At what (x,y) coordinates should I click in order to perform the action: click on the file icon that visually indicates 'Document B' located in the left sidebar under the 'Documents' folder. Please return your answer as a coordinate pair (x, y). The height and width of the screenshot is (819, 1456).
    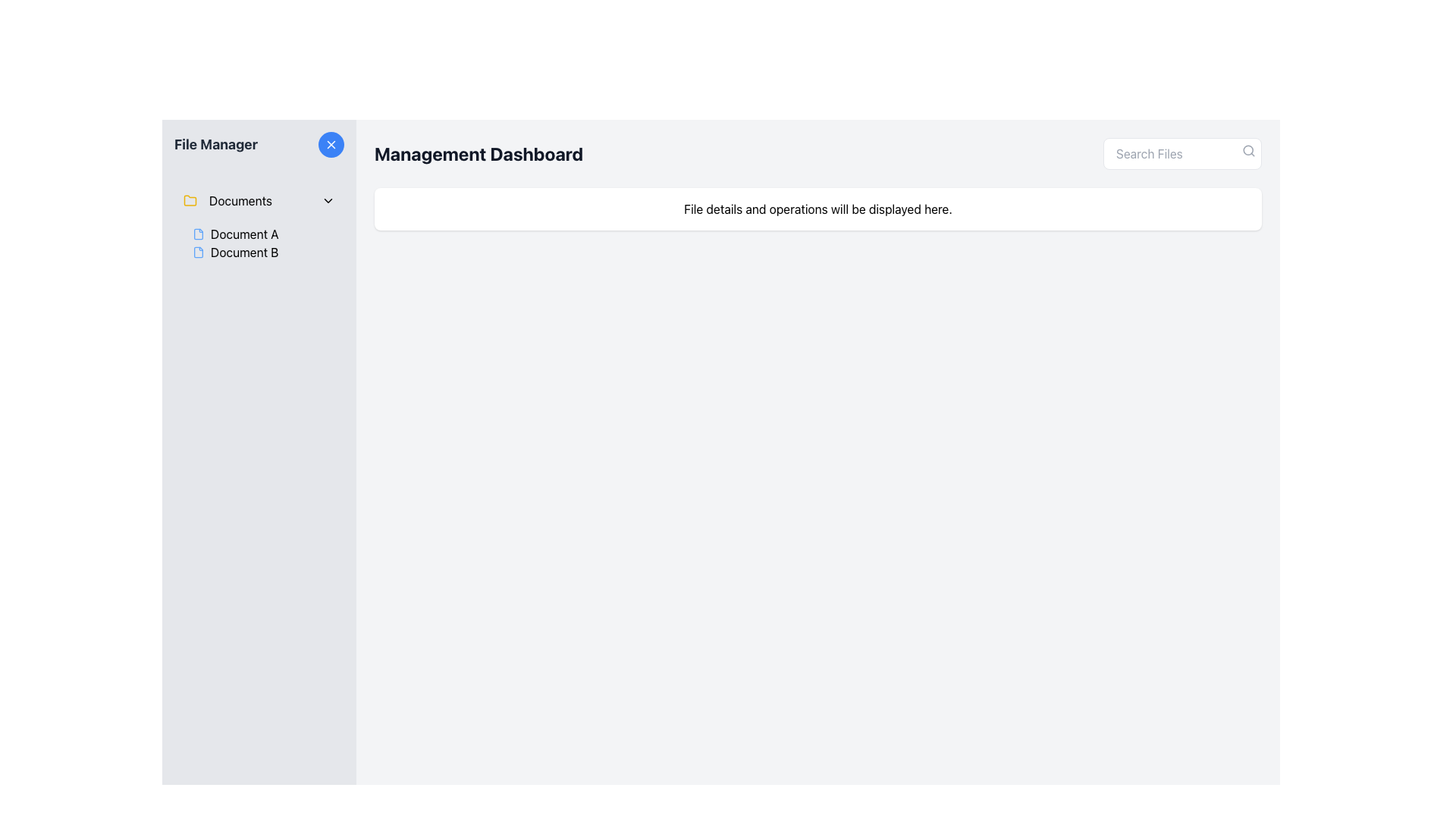
    Looking at the image, I should click on (198, 251).